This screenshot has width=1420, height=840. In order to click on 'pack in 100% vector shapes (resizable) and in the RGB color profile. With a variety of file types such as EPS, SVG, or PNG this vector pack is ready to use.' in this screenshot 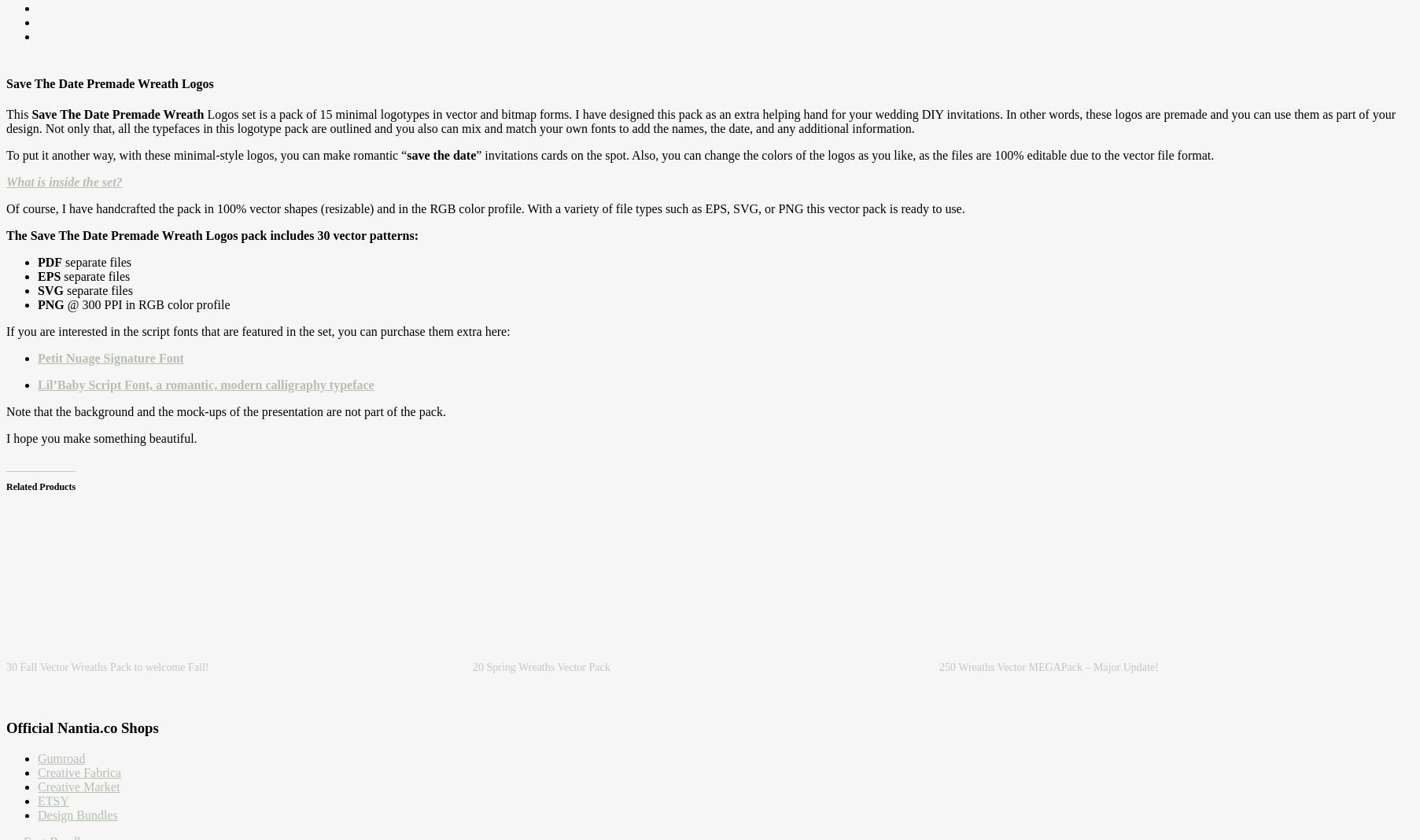, I will do `click(177, 208)`.